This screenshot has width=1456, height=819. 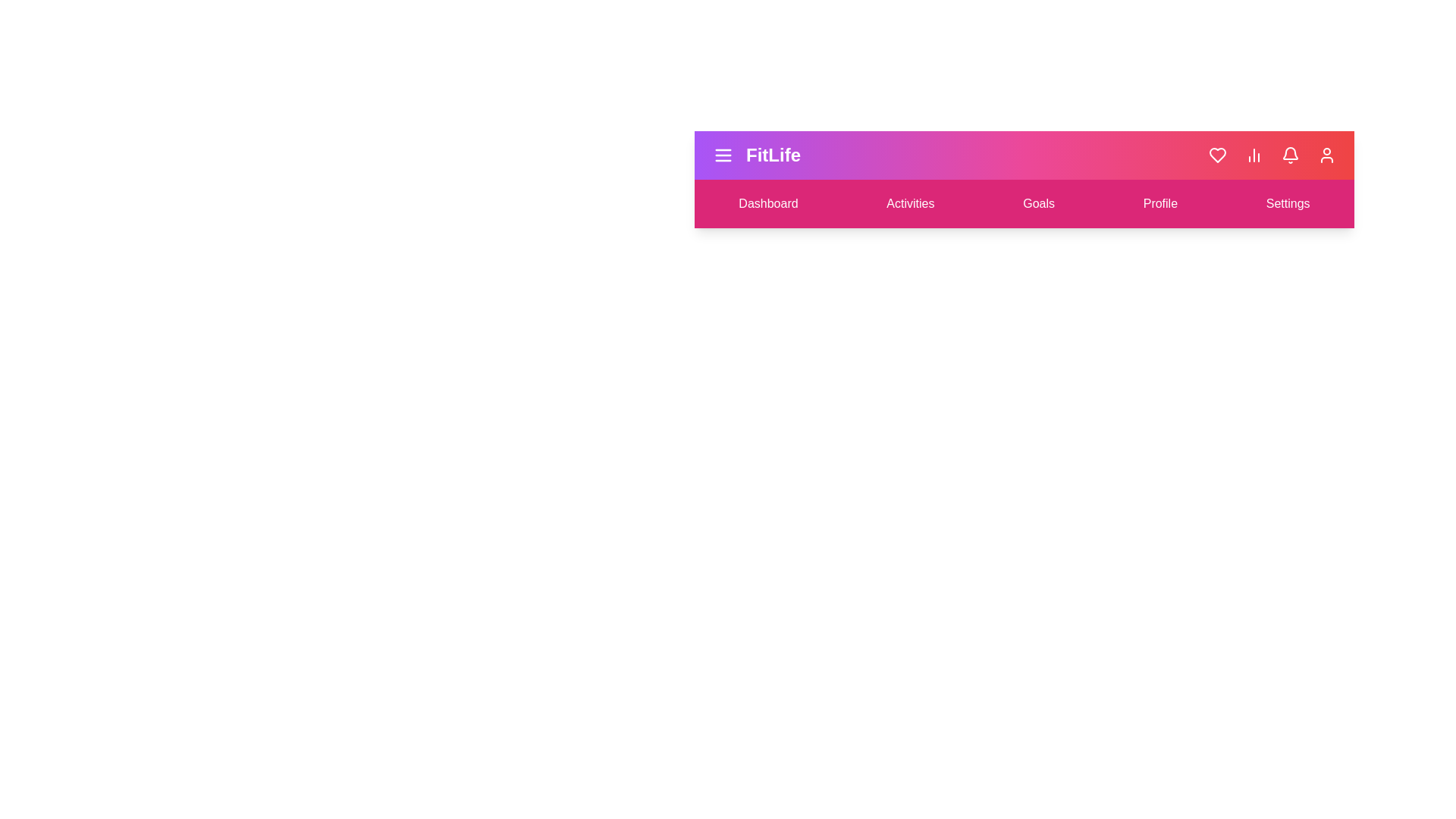 What do you see at coordinates (1218, 155) in the screenshot?
I see `the heart icon to mark it as a favorite` at bounding box center [1218, 155].